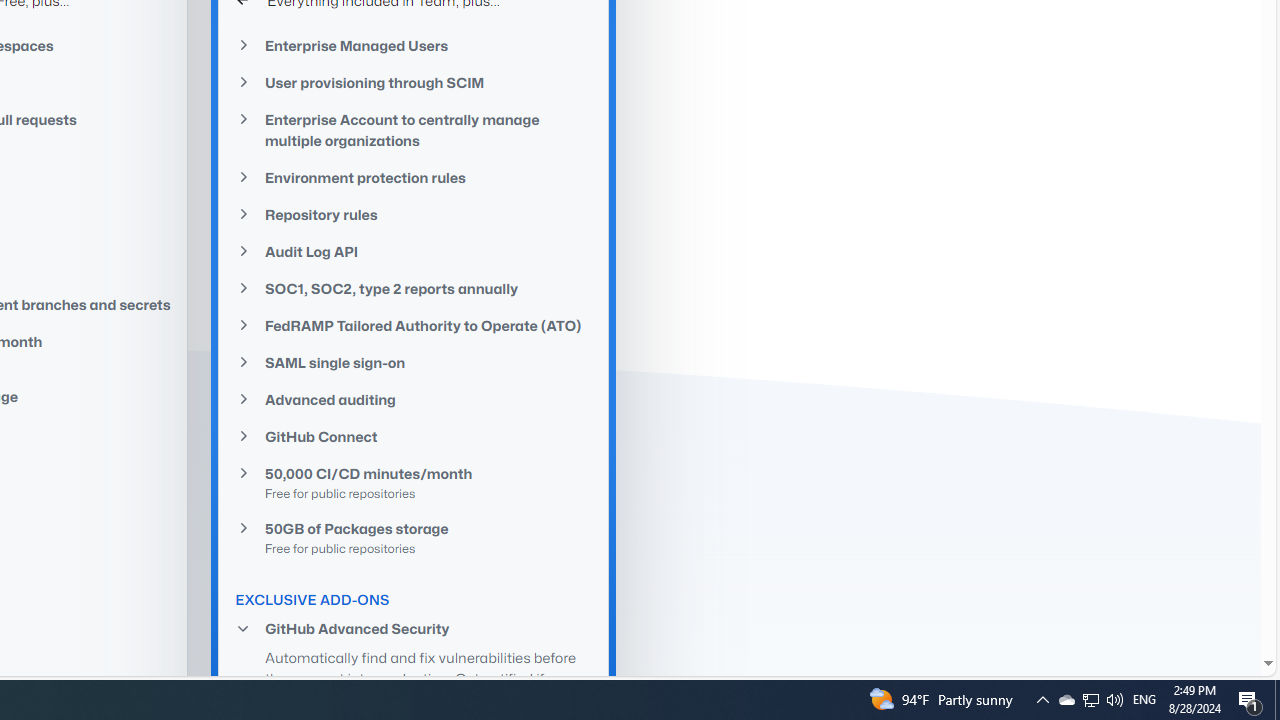  Describe the element at coordinates (413, 82) in the screenshot. I see `'User provisioning through SCIM'` at that location.